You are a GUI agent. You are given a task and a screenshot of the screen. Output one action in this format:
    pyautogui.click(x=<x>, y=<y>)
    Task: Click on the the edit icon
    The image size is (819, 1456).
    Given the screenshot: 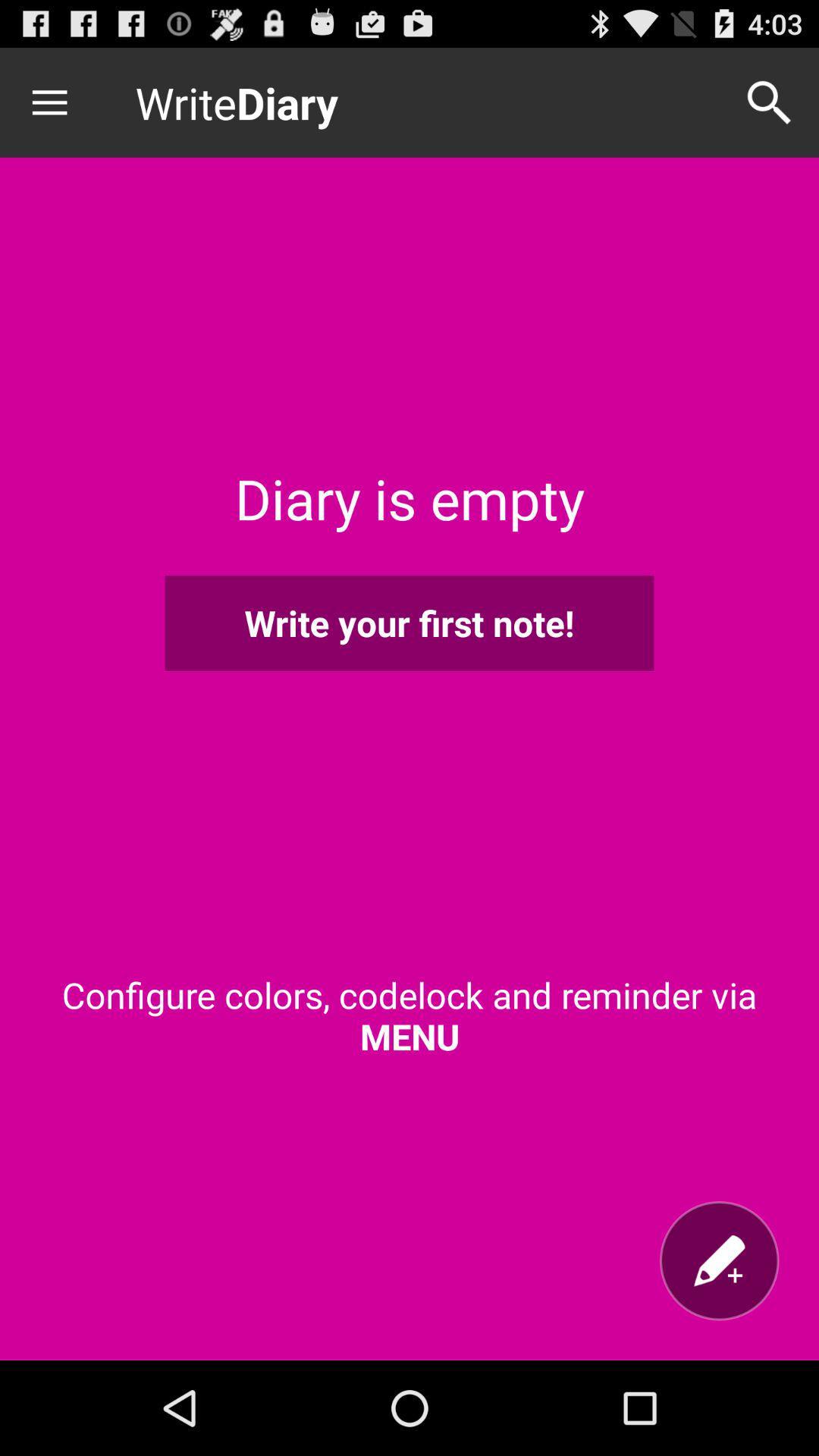 What is the action you would take?
    pyautogui.click(x=718, y=1349)
    